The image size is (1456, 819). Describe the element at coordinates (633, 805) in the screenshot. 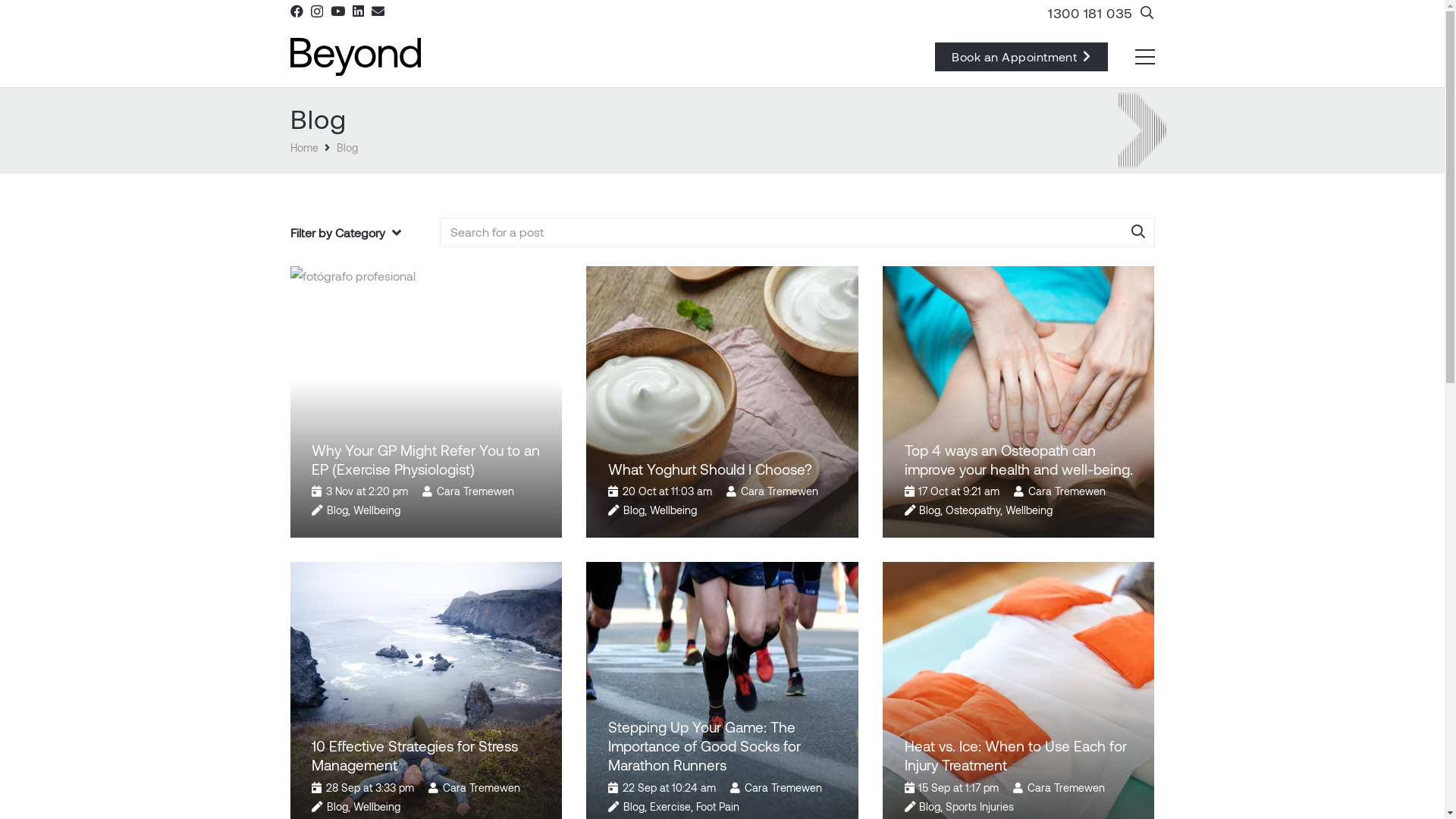

I see `'Blog'` at that location.